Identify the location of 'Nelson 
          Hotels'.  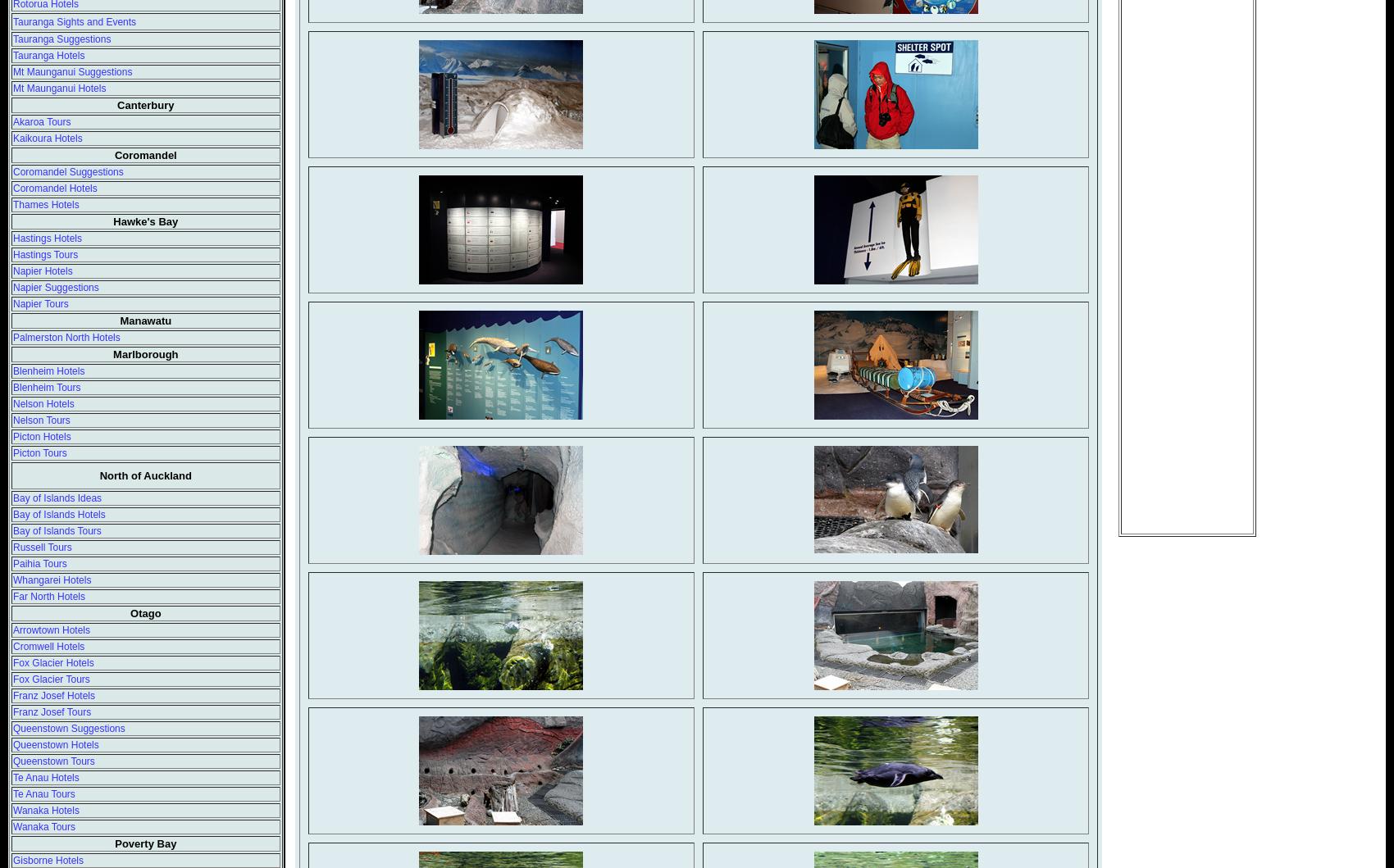
(43, 403).